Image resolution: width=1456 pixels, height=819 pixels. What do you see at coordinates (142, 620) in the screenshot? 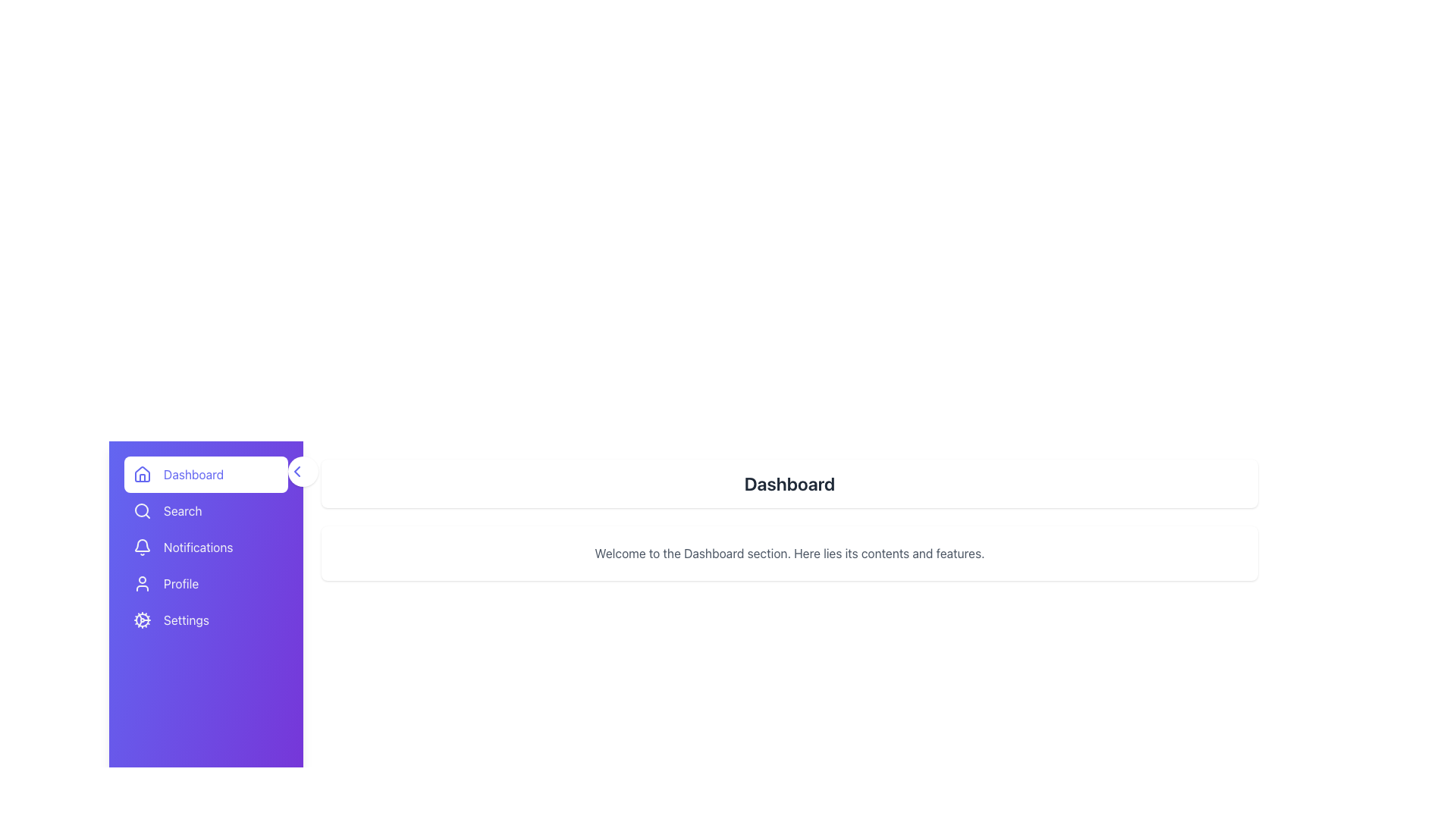
I see `the settings cogwheel by clicking on the inner circular icon, which is located at the center of the cogwheel graphic` at bounding box center [142, 620].